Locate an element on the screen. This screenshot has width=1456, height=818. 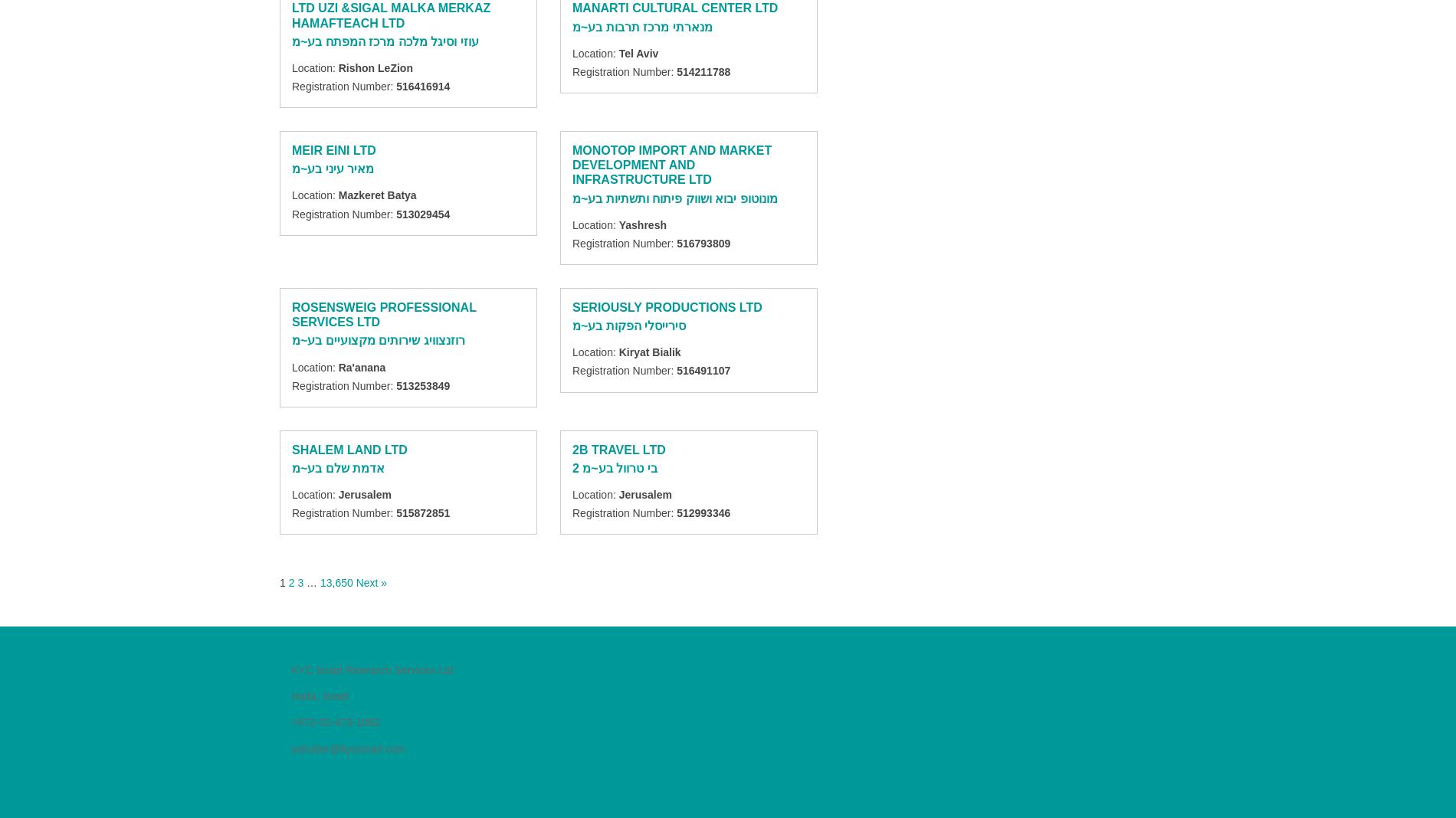
'Yashresh' is located at coordinates (641, 223).